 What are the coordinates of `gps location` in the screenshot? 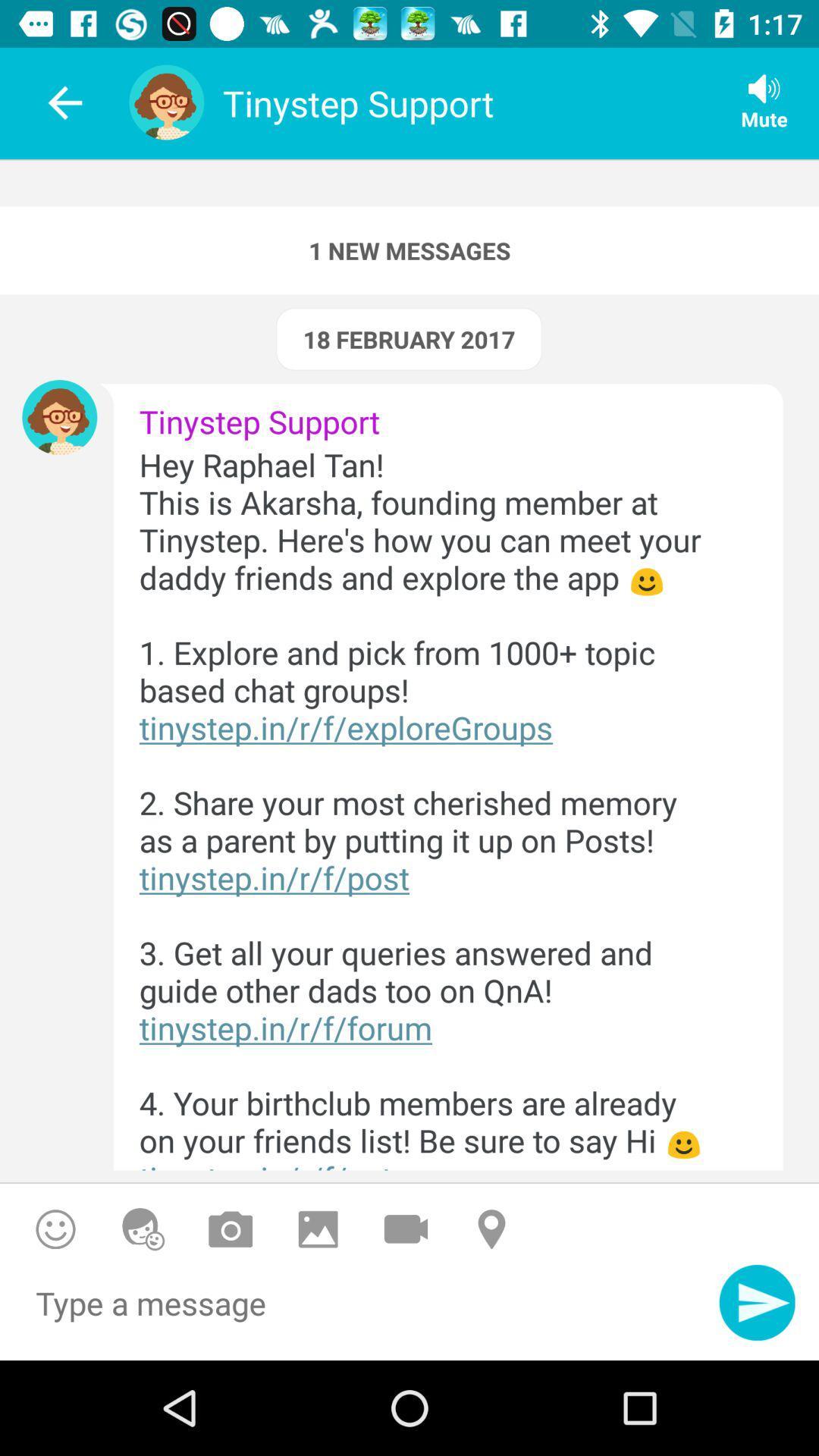 It's located at (494, 1229).